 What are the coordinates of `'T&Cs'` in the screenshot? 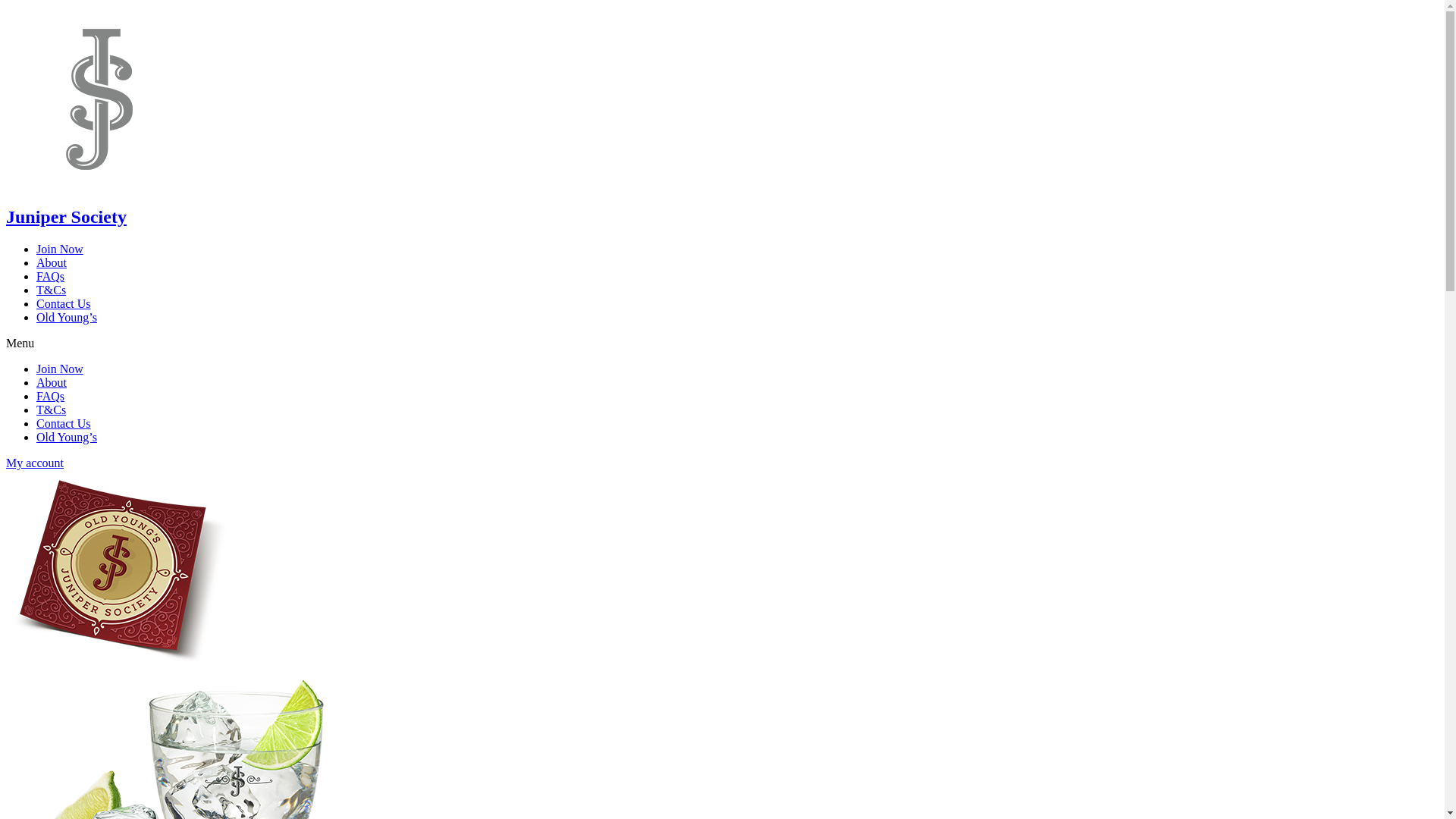 It's located at (51, 290).